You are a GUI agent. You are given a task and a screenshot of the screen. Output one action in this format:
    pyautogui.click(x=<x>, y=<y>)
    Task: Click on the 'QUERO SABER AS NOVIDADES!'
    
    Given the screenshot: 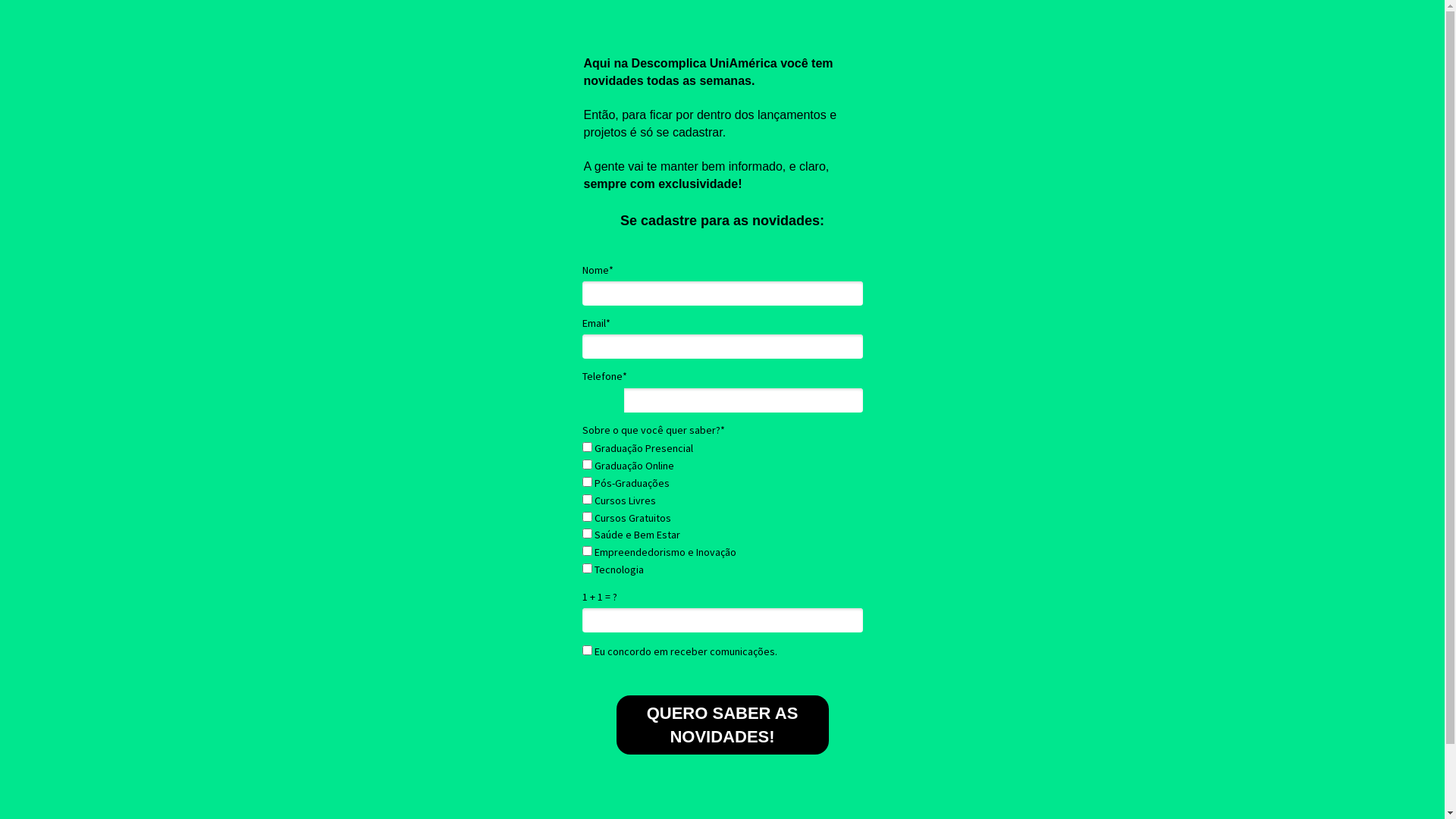 What is the action you would take?
    pyautogui.click(x=720, y=724)
    